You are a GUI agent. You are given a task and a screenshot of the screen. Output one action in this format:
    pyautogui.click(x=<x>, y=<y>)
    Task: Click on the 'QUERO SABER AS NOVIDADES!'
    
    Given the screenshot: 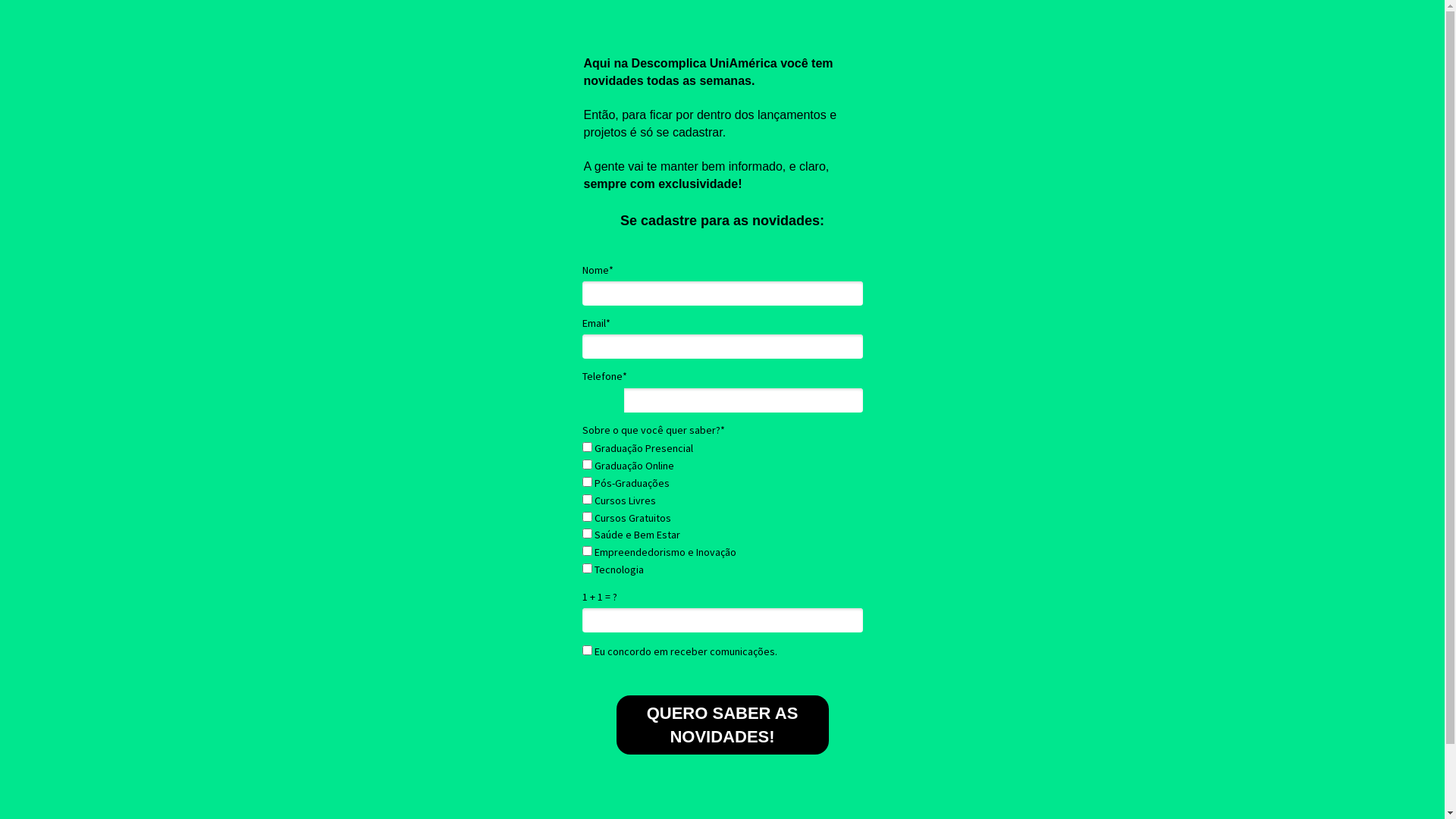 What is the action you would take?
    pyautogui.click(x=720, y=724)
    